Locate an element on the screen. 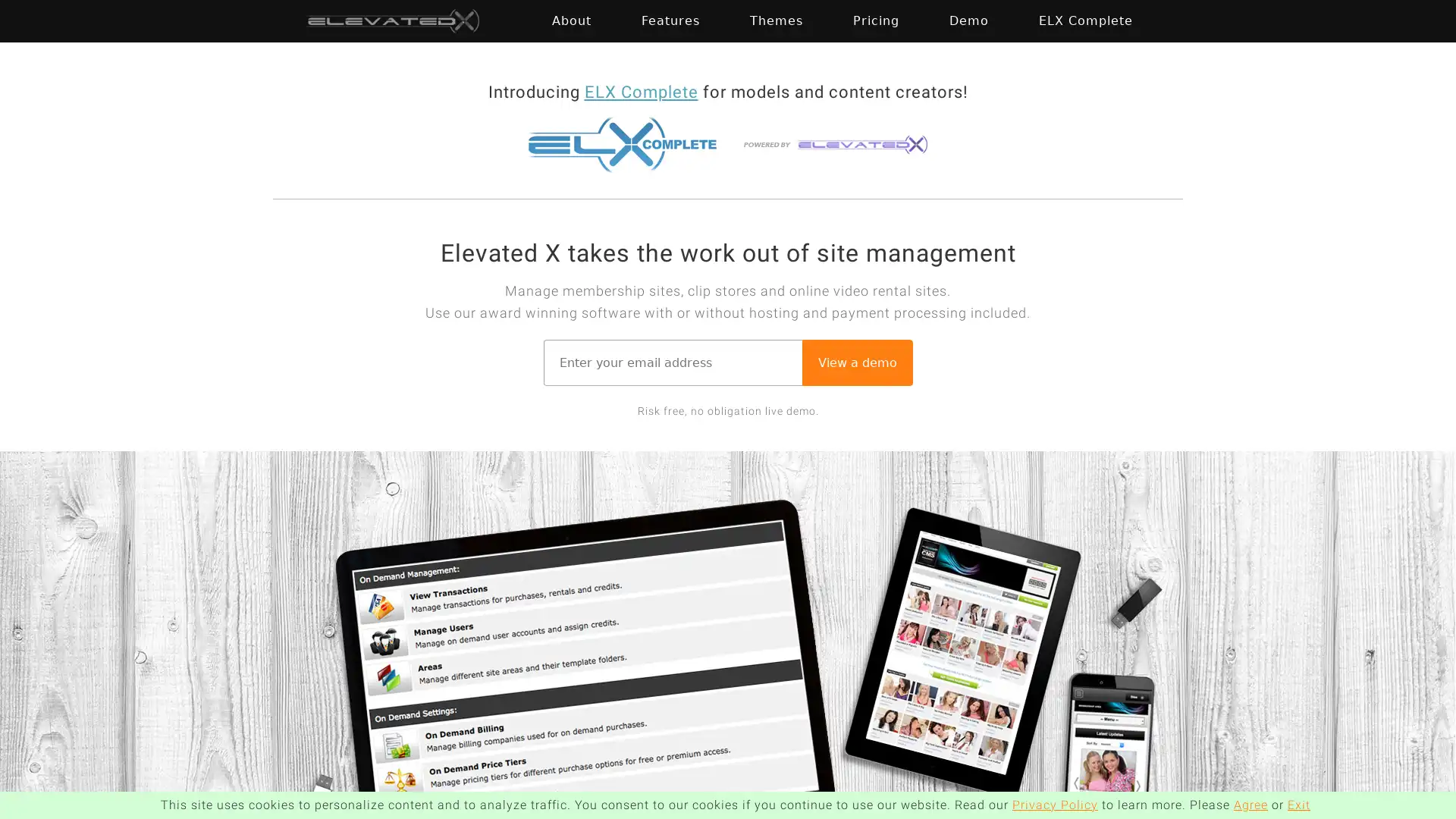 This screenshot has width=1456, height=819. View a demo is located at coordinates (856, 362).